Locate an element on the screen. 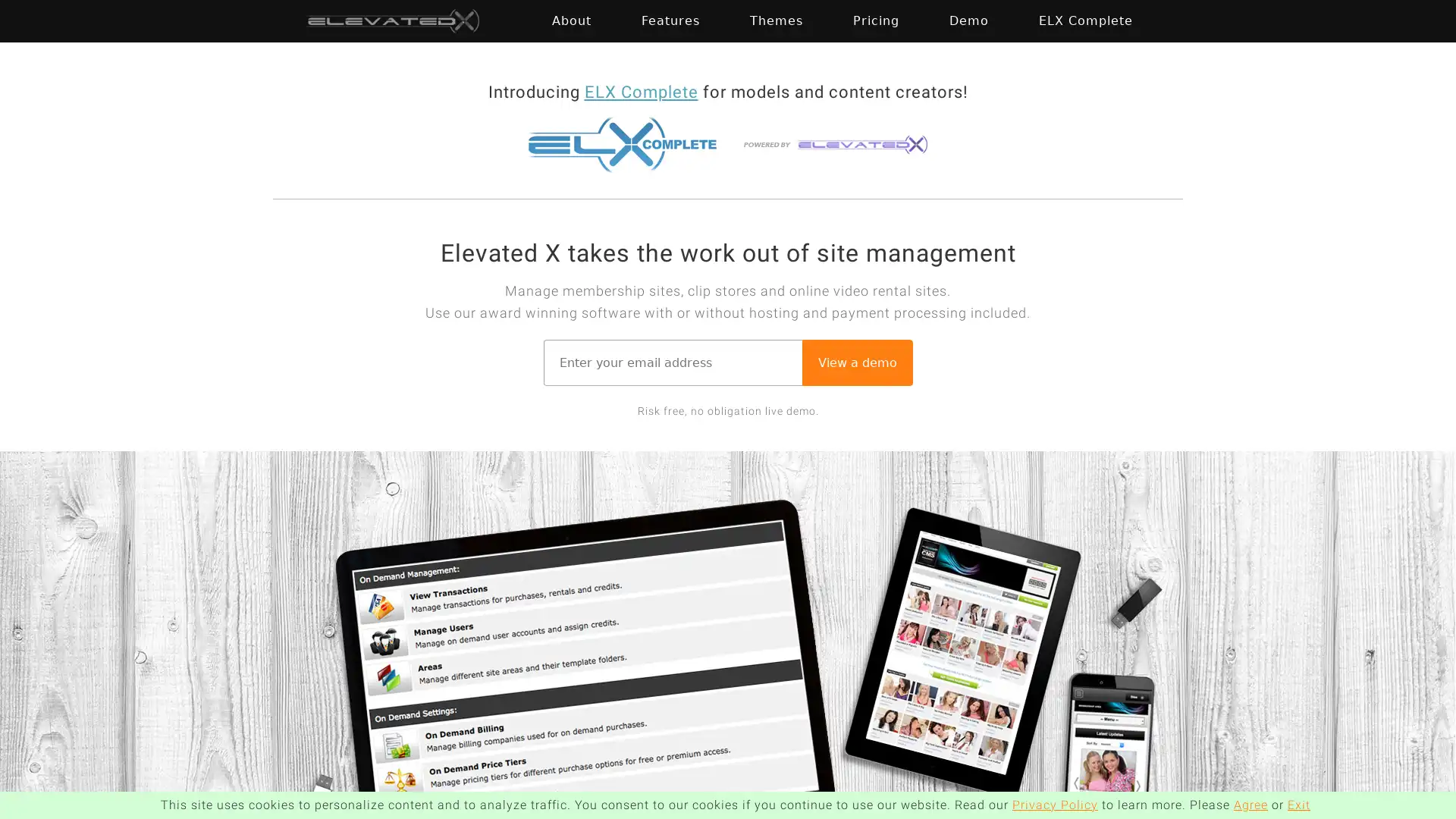 This screenshot has width=1456, height=819. View a demo is located at coordinates (856, 362).